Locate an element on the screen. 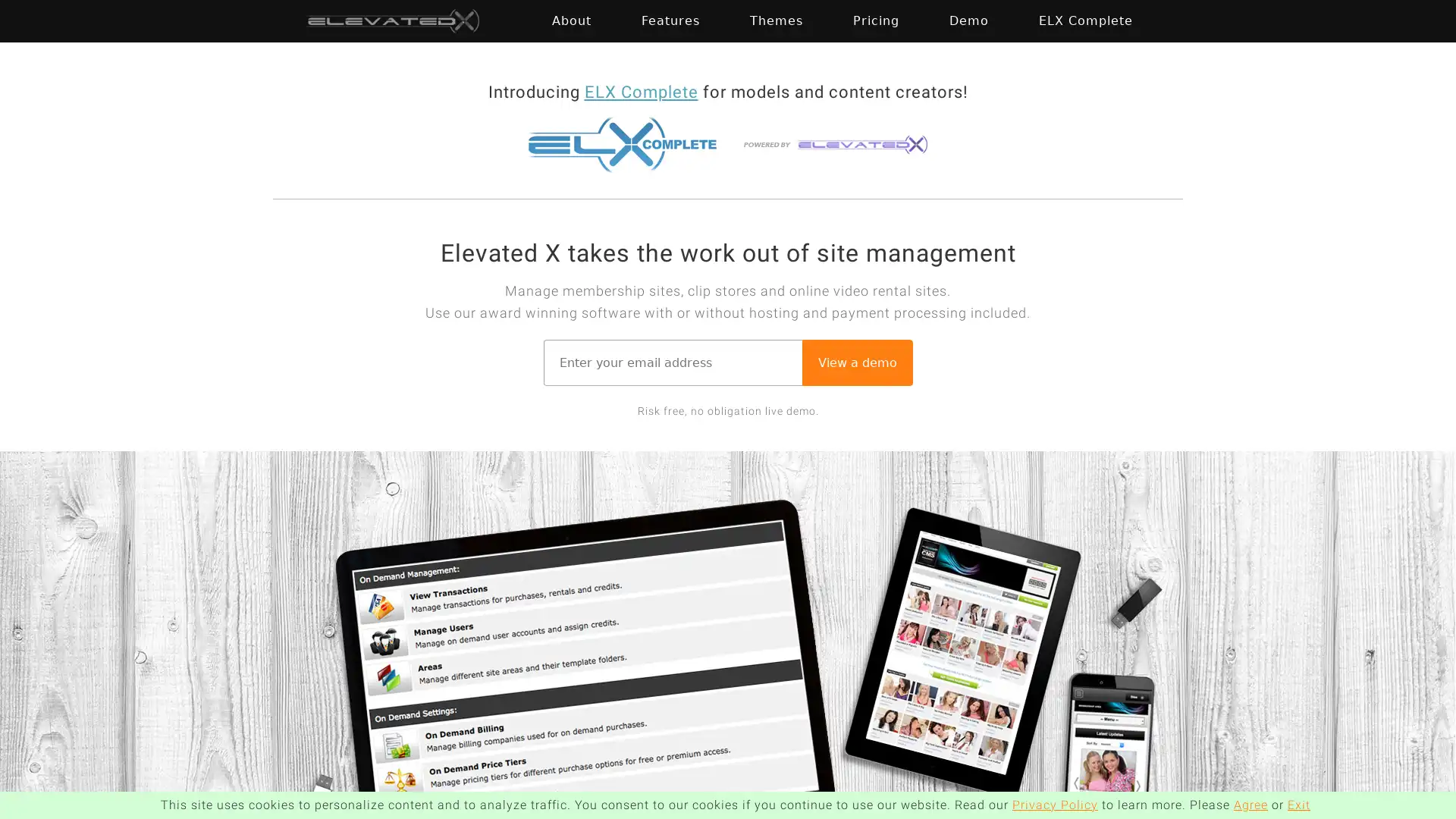 This screenshot has width=1456, height=819. View a demo is located at coordinates (856, 362).